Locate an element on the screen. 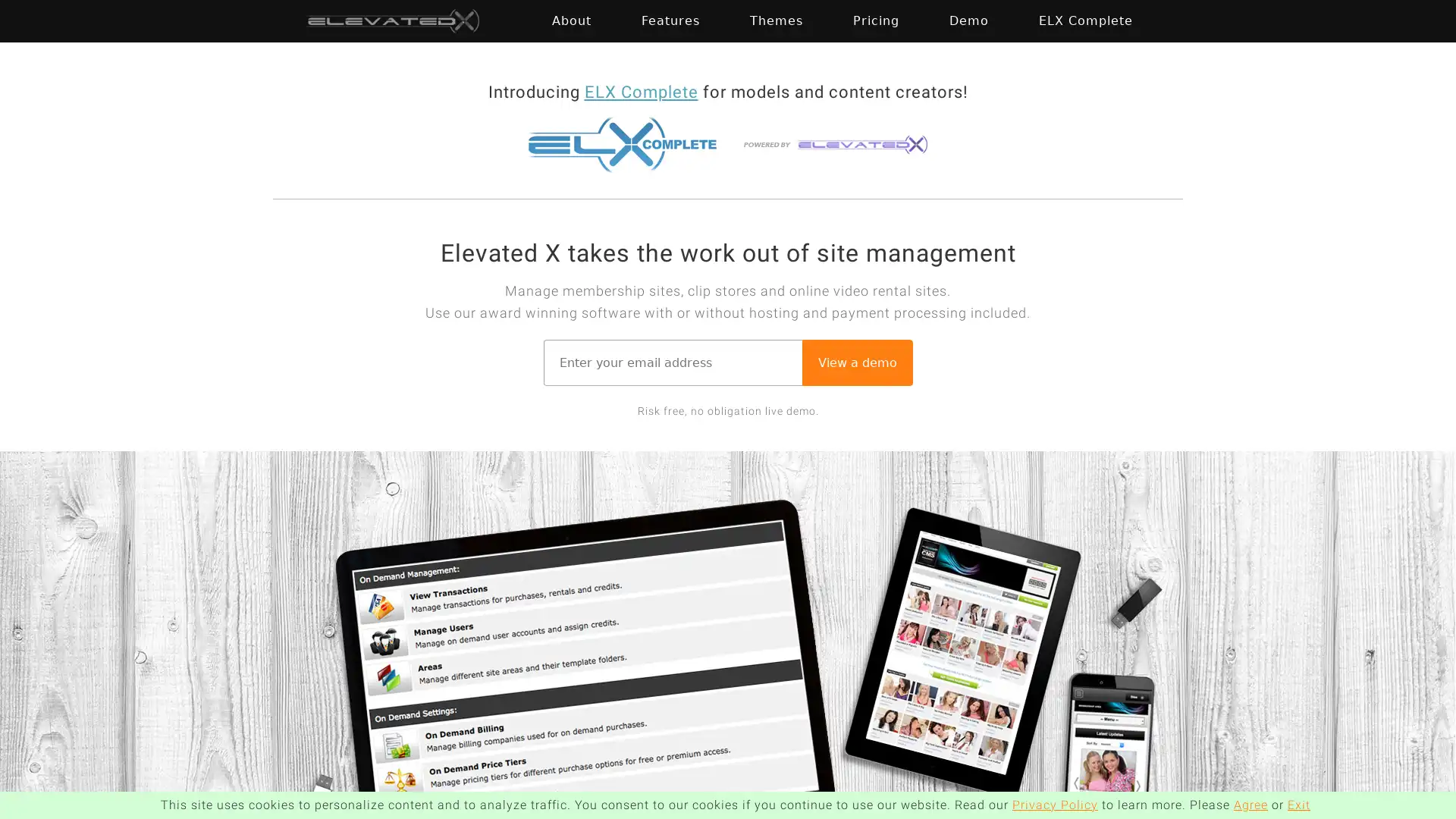 This screenshot has width=1456, height=819. View a demo is located at coordinates (856, 362).